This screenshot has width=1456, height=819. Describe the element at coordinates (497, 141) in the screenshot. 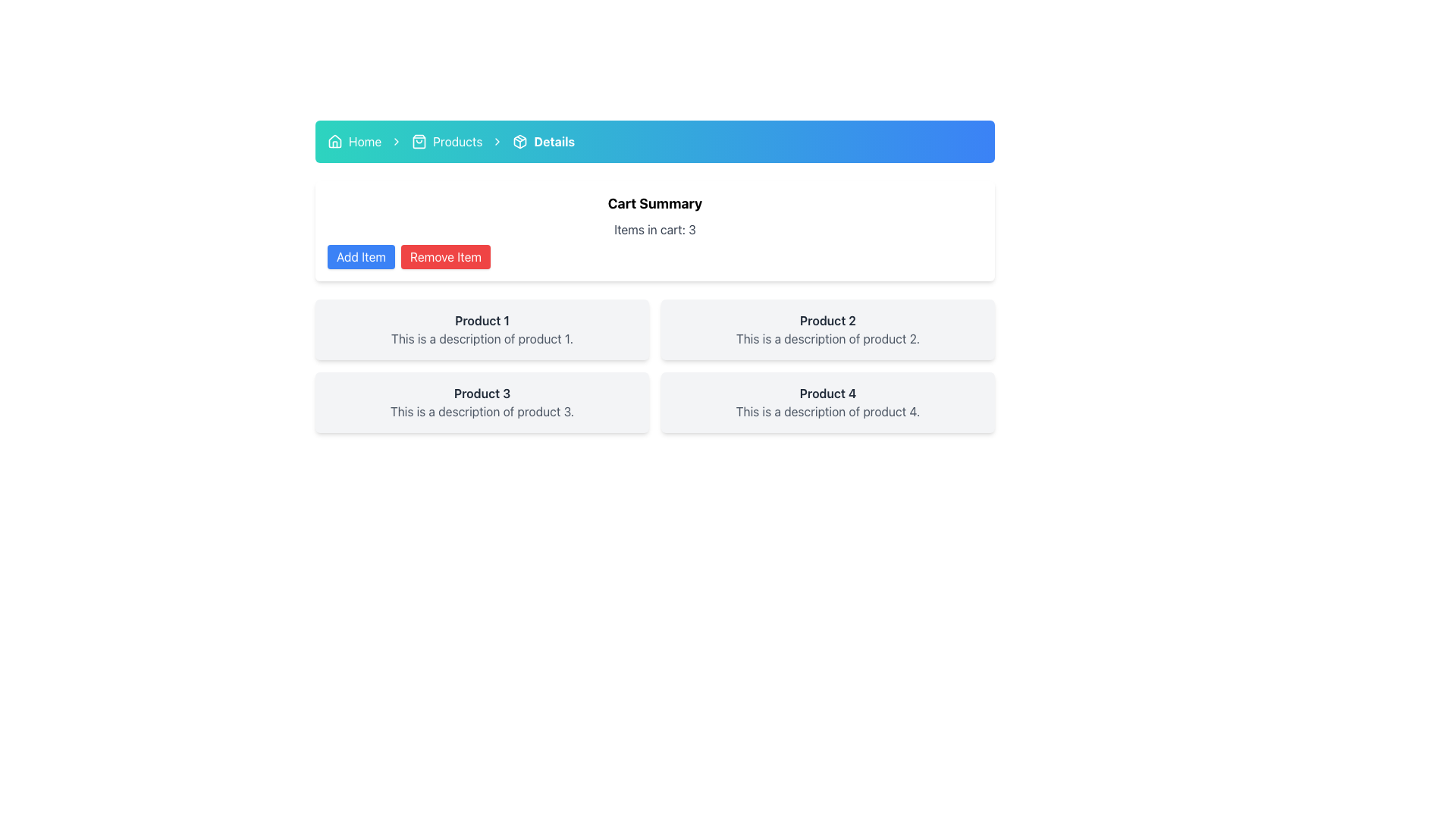

I see `the visual state of the third chevron icon in the breadcrumb navigation bar, which separates the 'Products' and 'Details' text, indicating a hierarchical relationship` at that location.